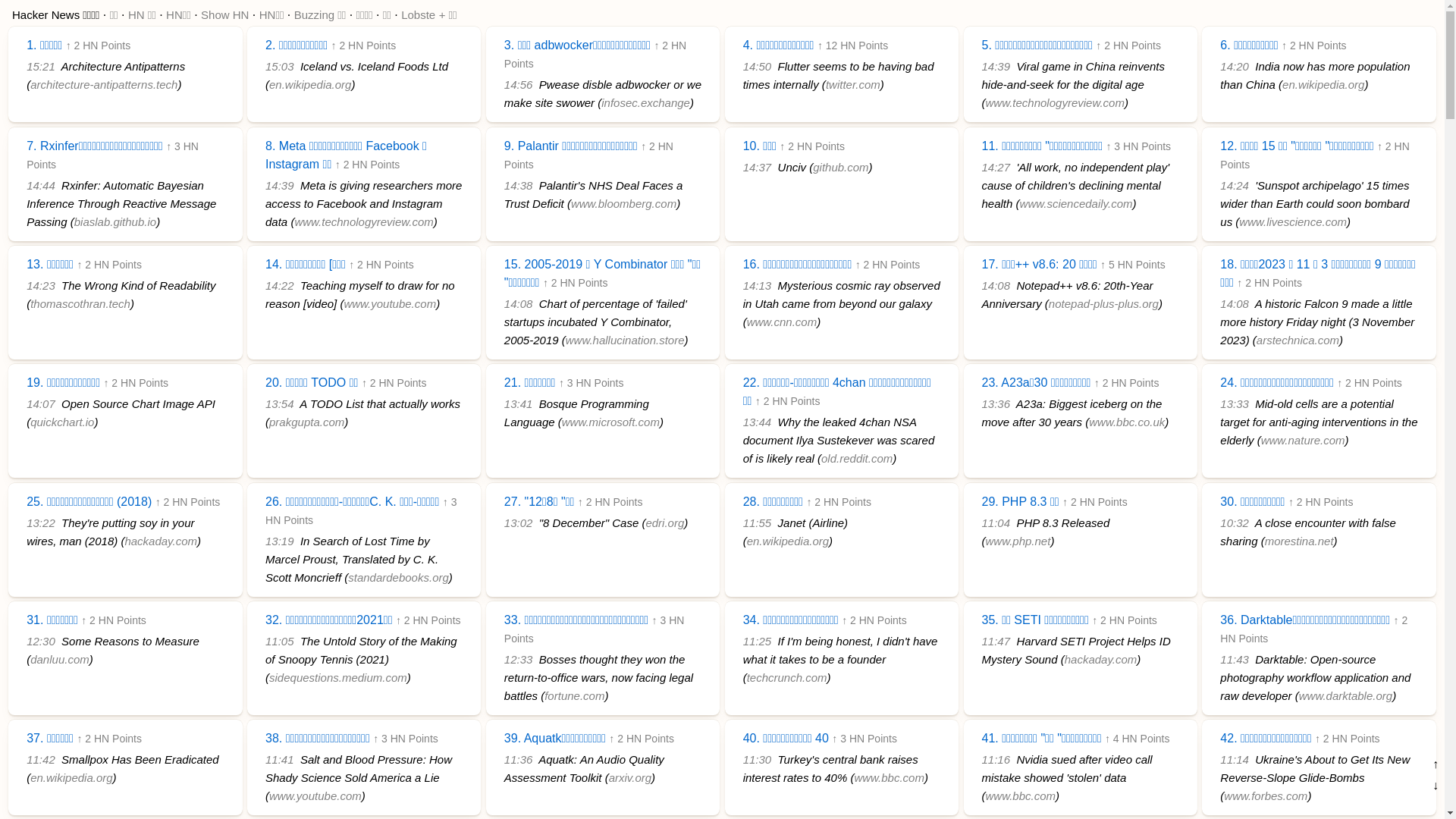  I want to click on '14:37', so click(757, 167).